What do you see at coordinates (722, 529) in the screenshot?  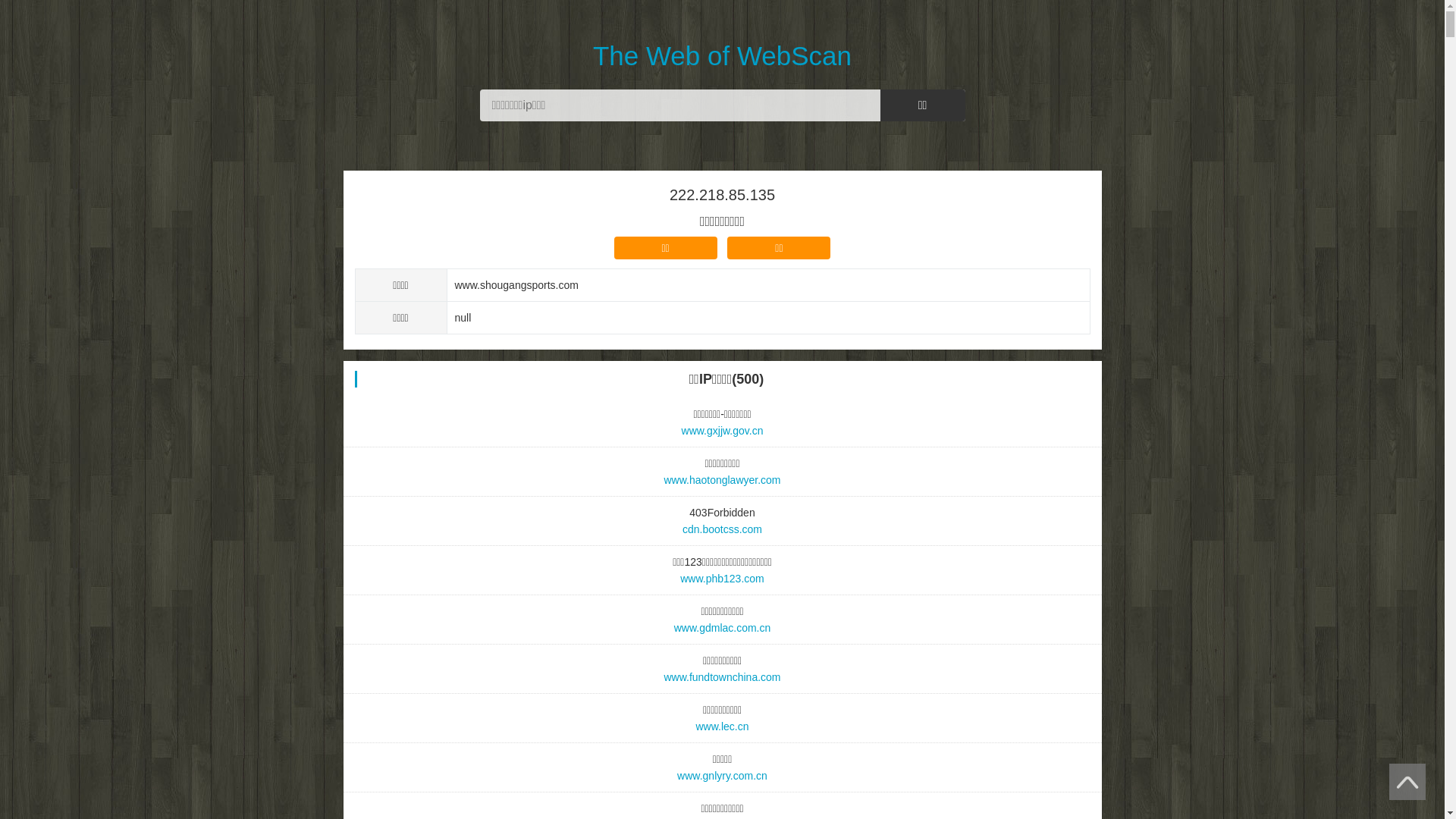 I see `'cdn.bootcss.com'` at bounding box center [722, 529].